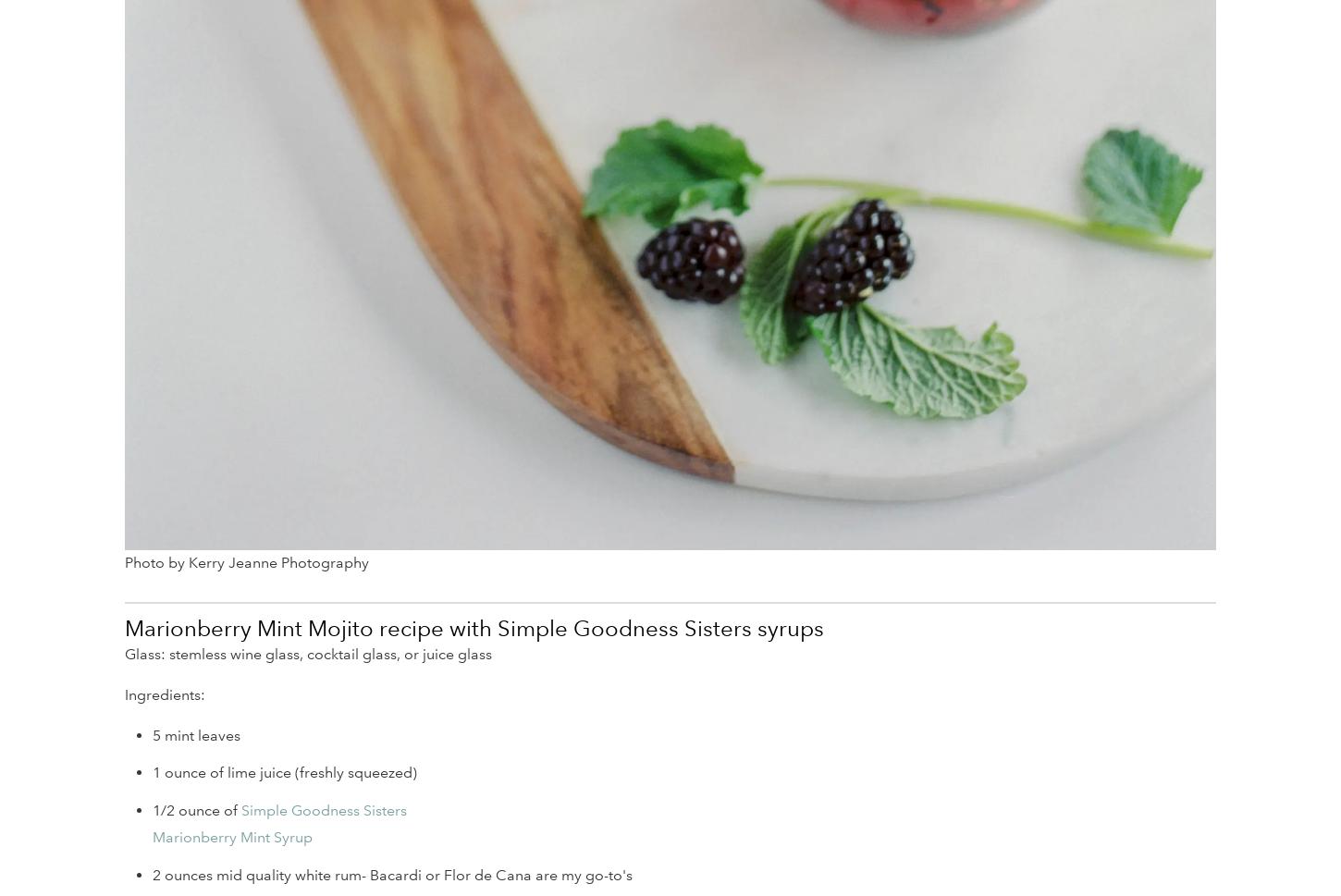  I want to click on 'Ingredients:', so click(164, 693).